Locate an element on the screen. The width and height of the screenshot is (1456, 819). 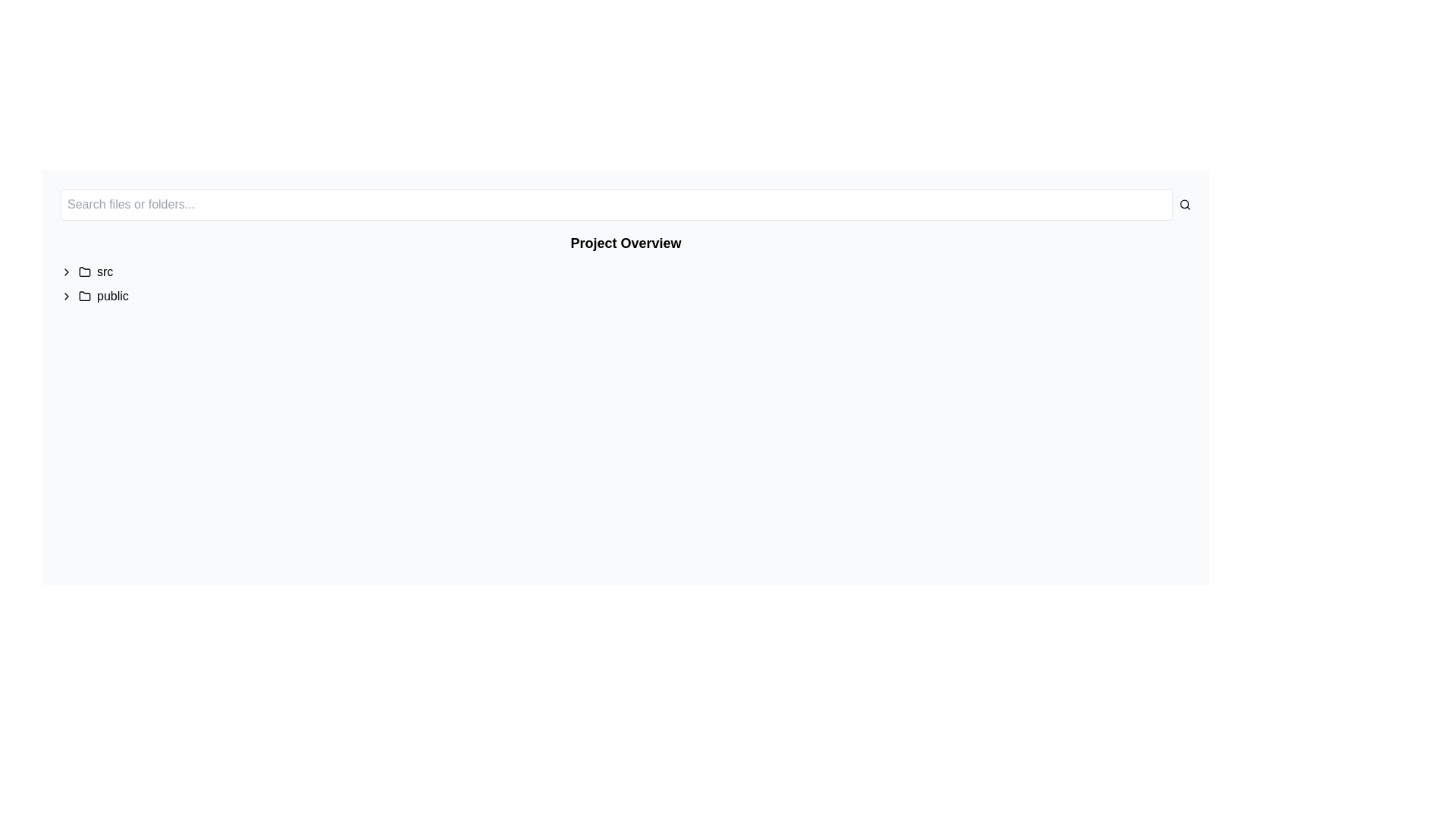
the input area of the Search bar, which is horizontally elongated and located at the top of the interface, to focus on it is located at coordinates (626, 205).